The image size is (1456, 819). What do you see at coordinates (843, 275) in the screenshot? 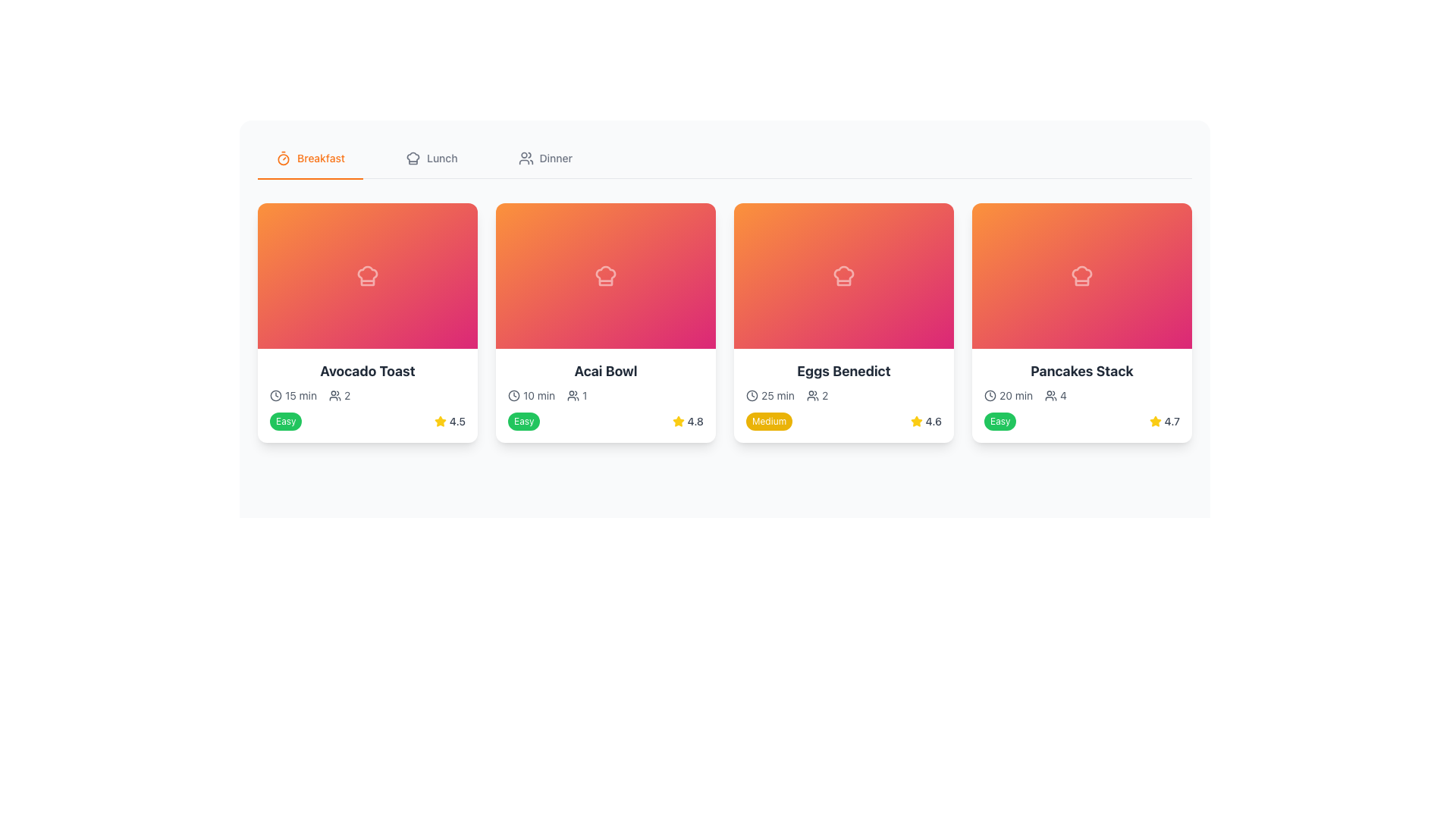
I see `the central chef's hat icon within the 'Eggs Benedict' recipe card, which is the third card in a horizontal set of four cards, prominently displayed against a gradient orange-red background` at bounding box center [843, 275].